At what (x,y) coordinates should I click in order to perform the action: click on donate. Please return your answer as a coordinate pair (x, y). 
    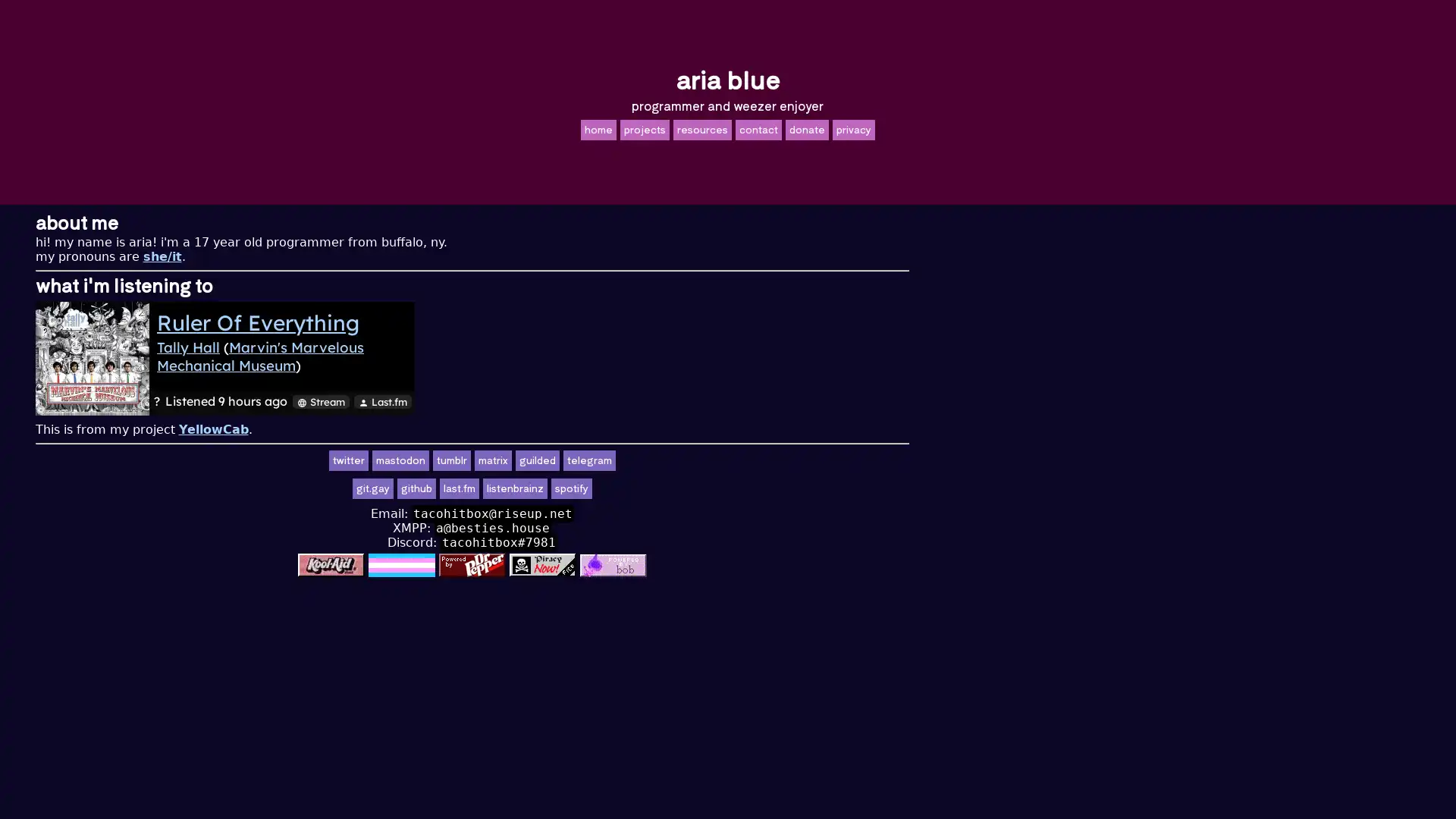
    Looking at the image, I should click on (805, 128).